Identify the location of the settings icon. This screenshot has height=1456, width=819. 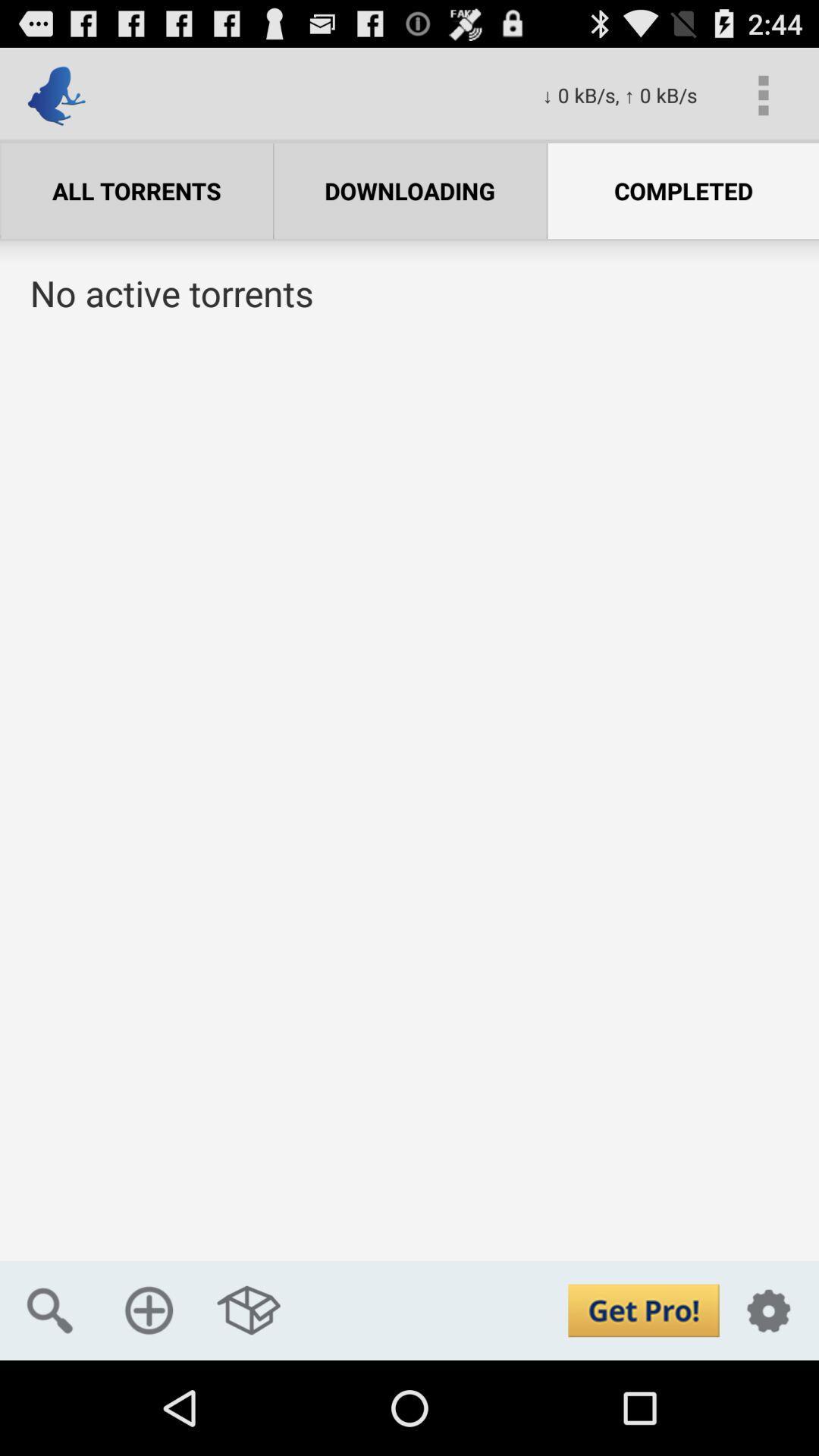
(769, 1401).